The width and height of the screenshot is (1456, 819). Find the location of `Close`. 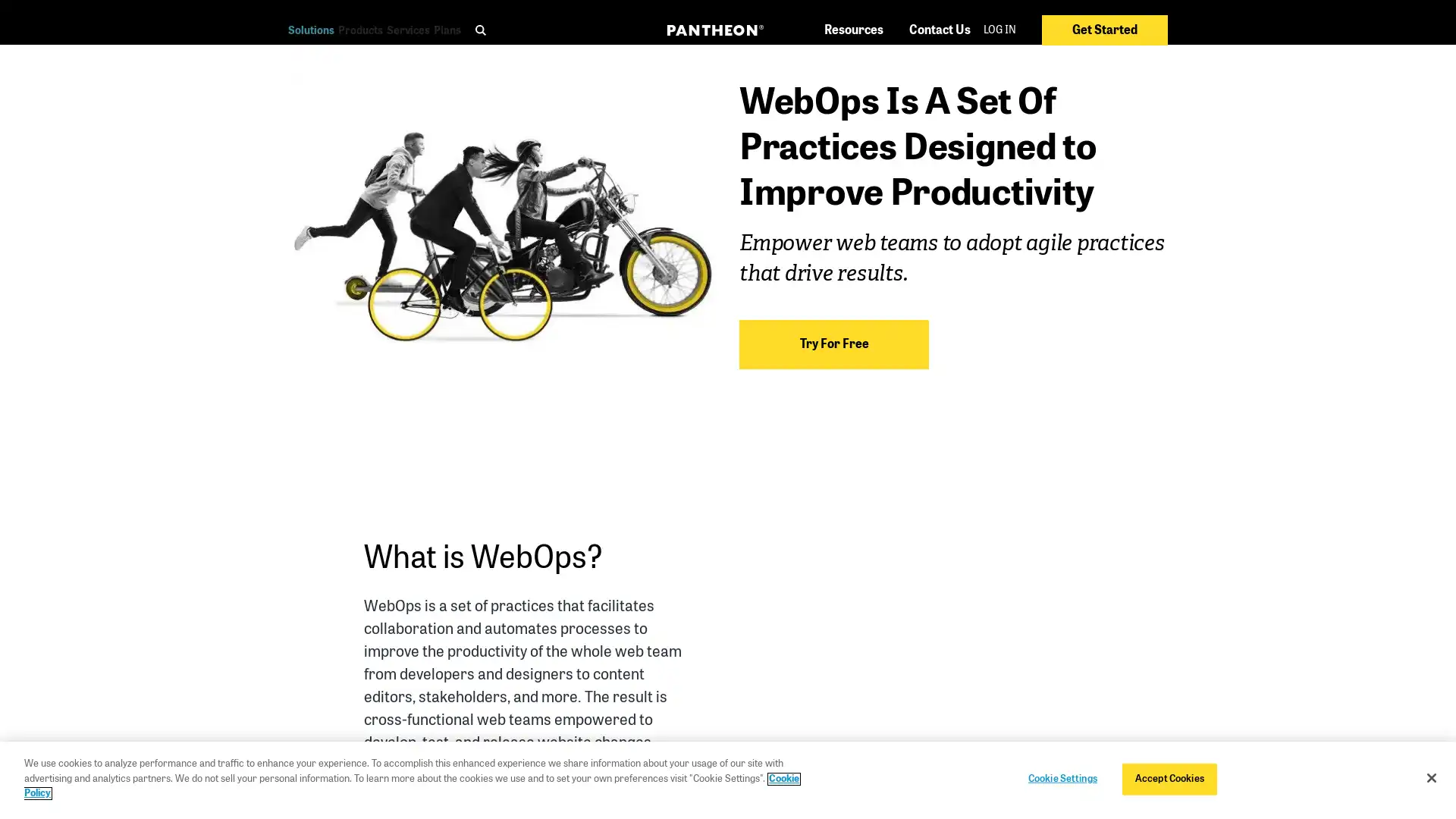

Close is located at coordinates (1430, 778).